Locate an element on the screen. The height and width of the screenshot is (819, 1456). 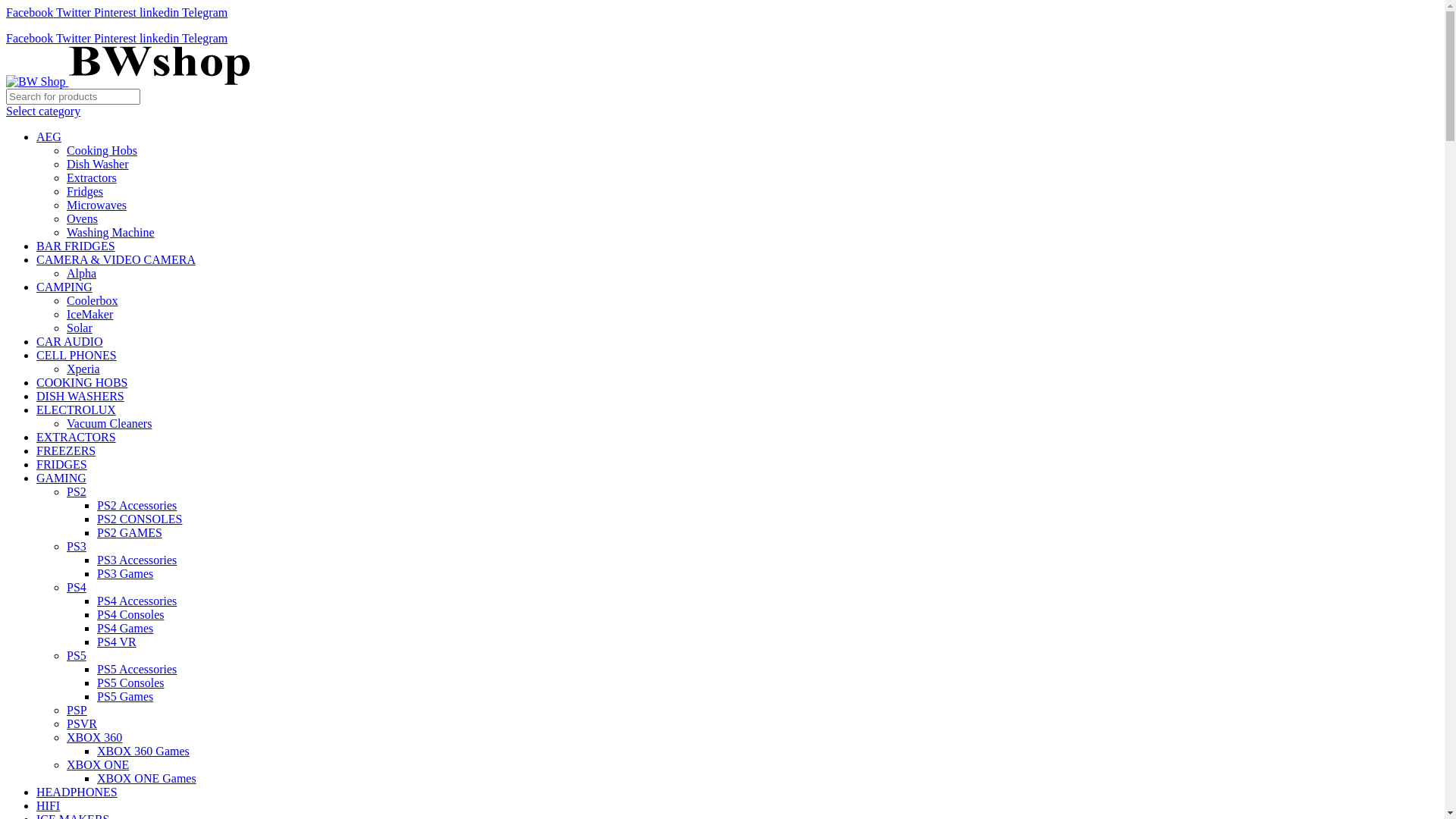
'CAMERA & VIDEO CAMERA' is located at coordinates (115, 259).